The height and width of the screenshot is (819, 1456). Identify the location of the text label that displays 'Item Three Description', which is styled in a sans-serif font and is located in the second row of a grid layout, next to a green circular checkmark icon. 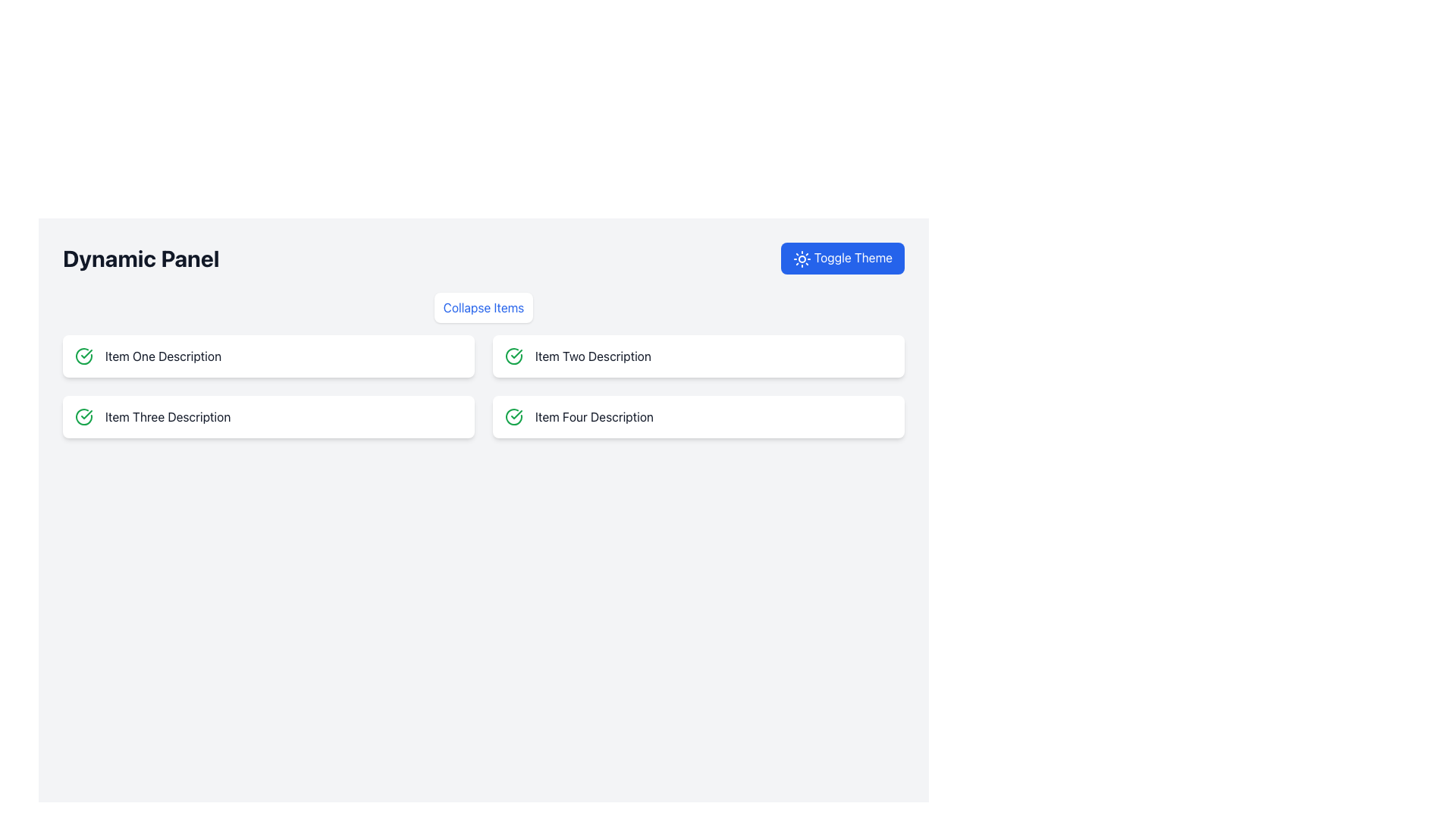
(168, 416).